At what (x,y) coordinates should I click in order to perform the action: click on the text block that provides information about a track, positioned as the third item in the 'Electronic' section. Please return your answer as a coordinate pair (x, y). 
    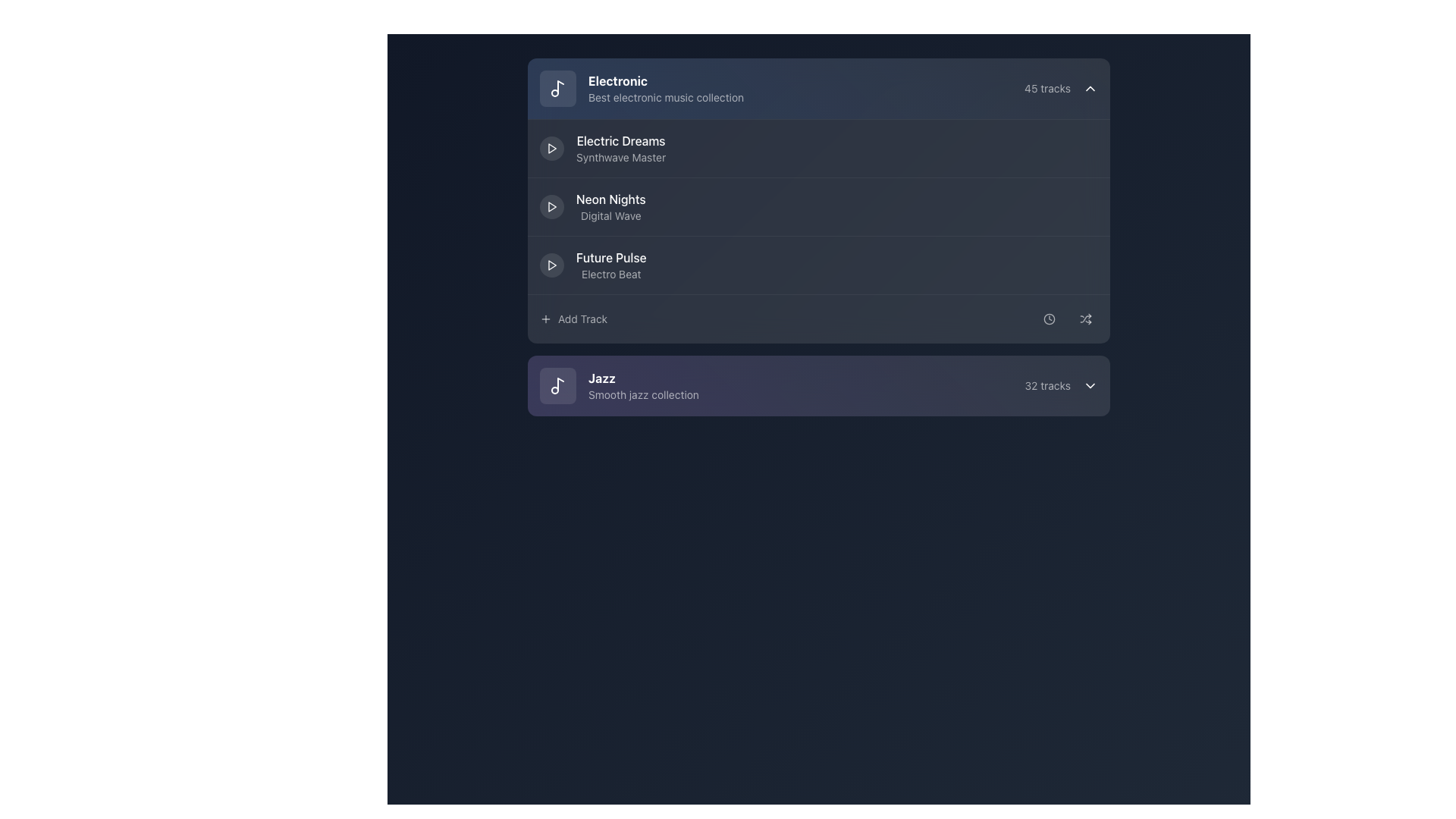
    Looking at the image, I should click on (610, 207).